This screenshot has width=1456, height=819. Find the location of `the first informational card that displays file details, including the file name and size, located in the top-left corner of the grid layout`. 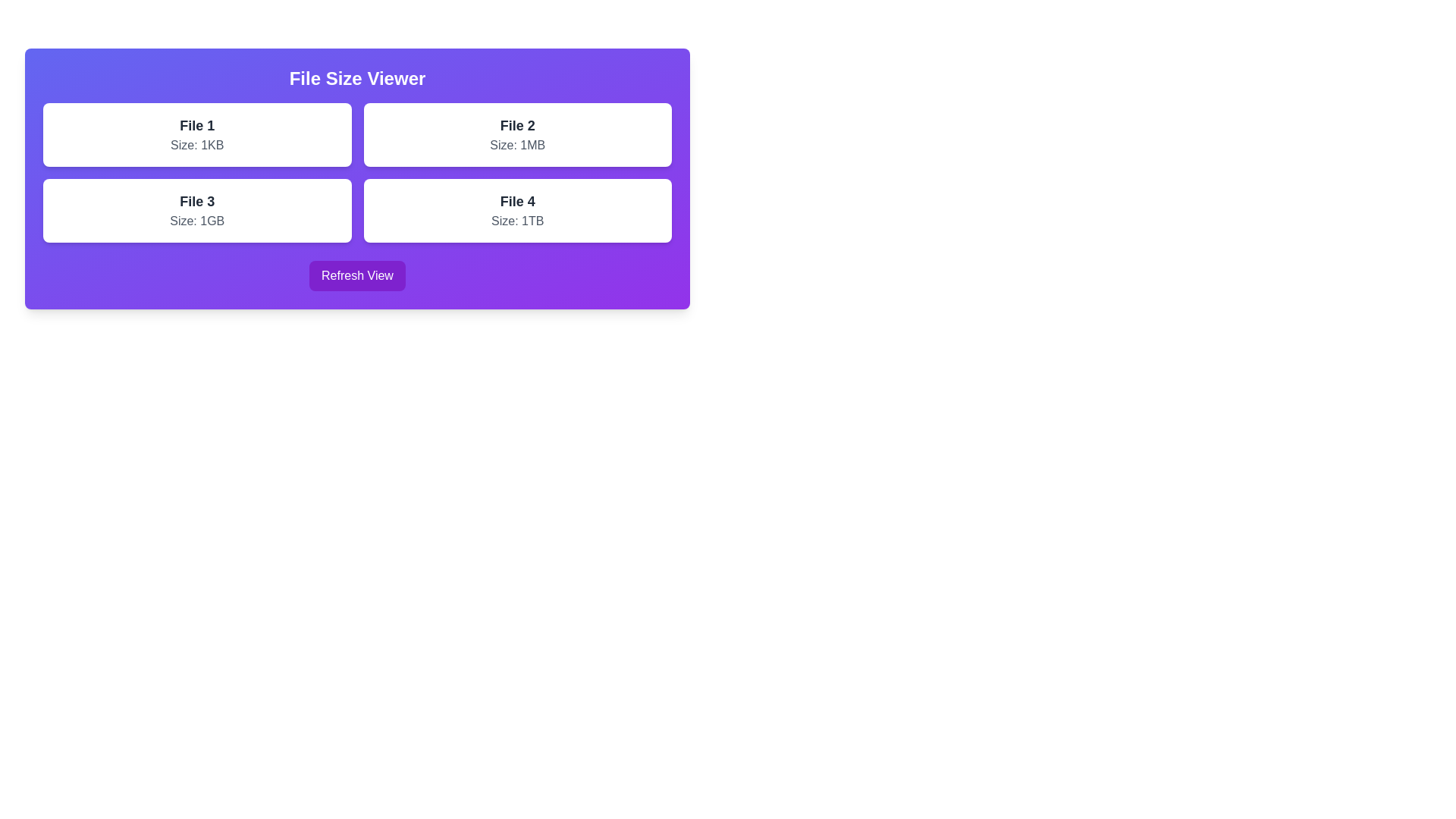

the first informational card that displays file details, including the file name and size, located in the top-left corner of the grid layout is located at coordinates (196, 133).